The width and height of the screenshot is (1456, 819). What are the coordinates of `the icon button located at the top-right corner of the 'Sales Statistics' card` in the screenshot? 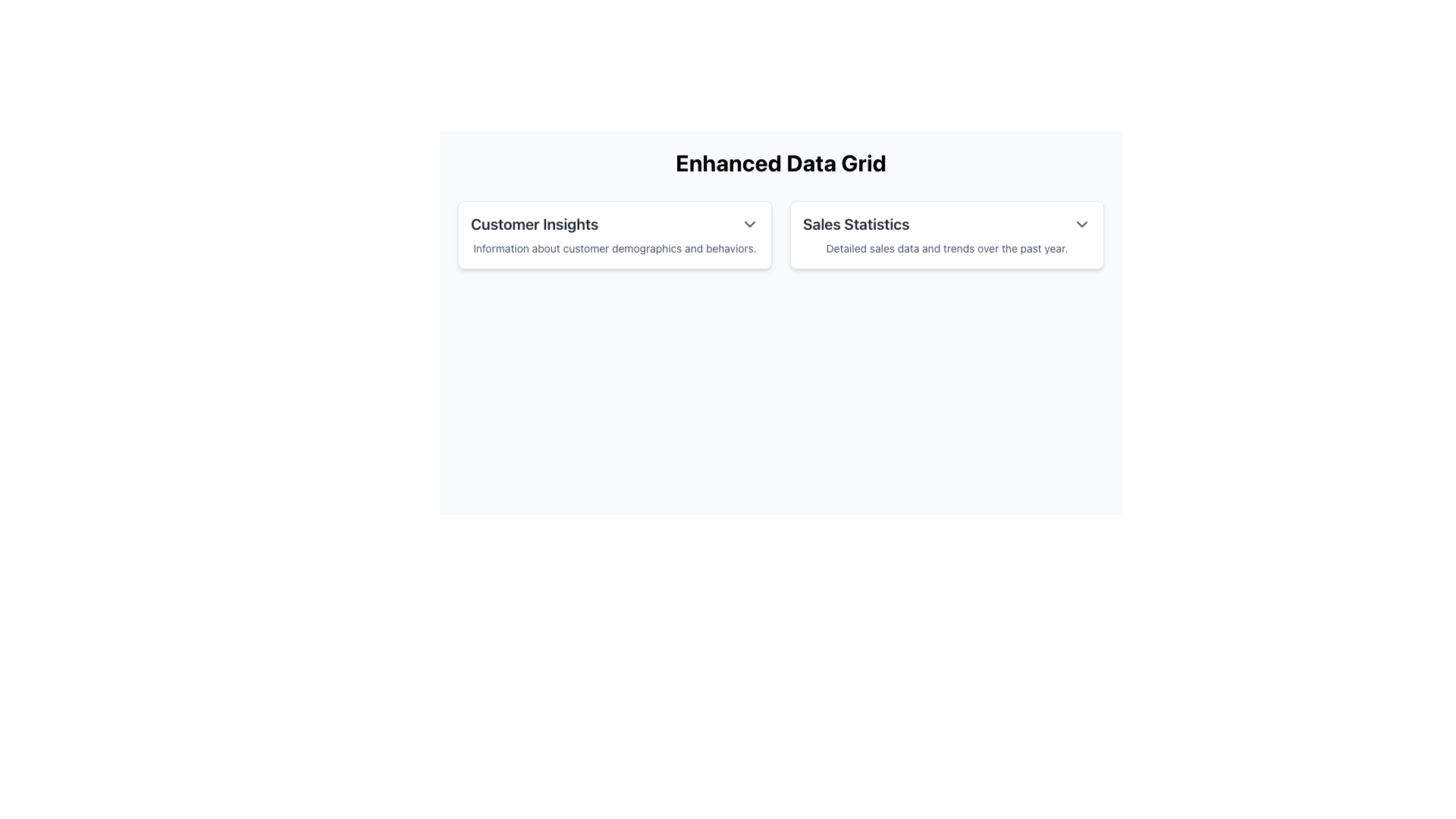 It's located at (1081, 224).